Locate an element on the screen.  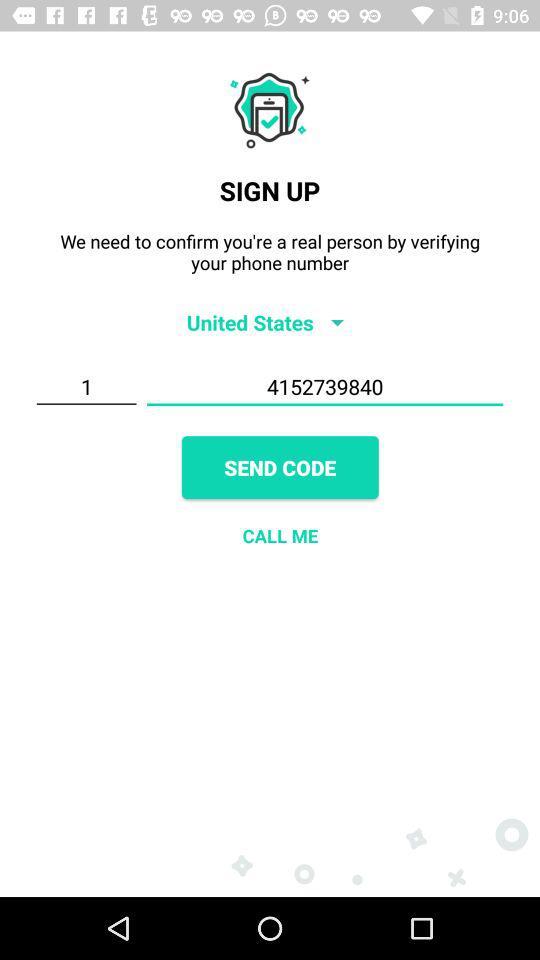
call me is located at coordinates (279, 534).